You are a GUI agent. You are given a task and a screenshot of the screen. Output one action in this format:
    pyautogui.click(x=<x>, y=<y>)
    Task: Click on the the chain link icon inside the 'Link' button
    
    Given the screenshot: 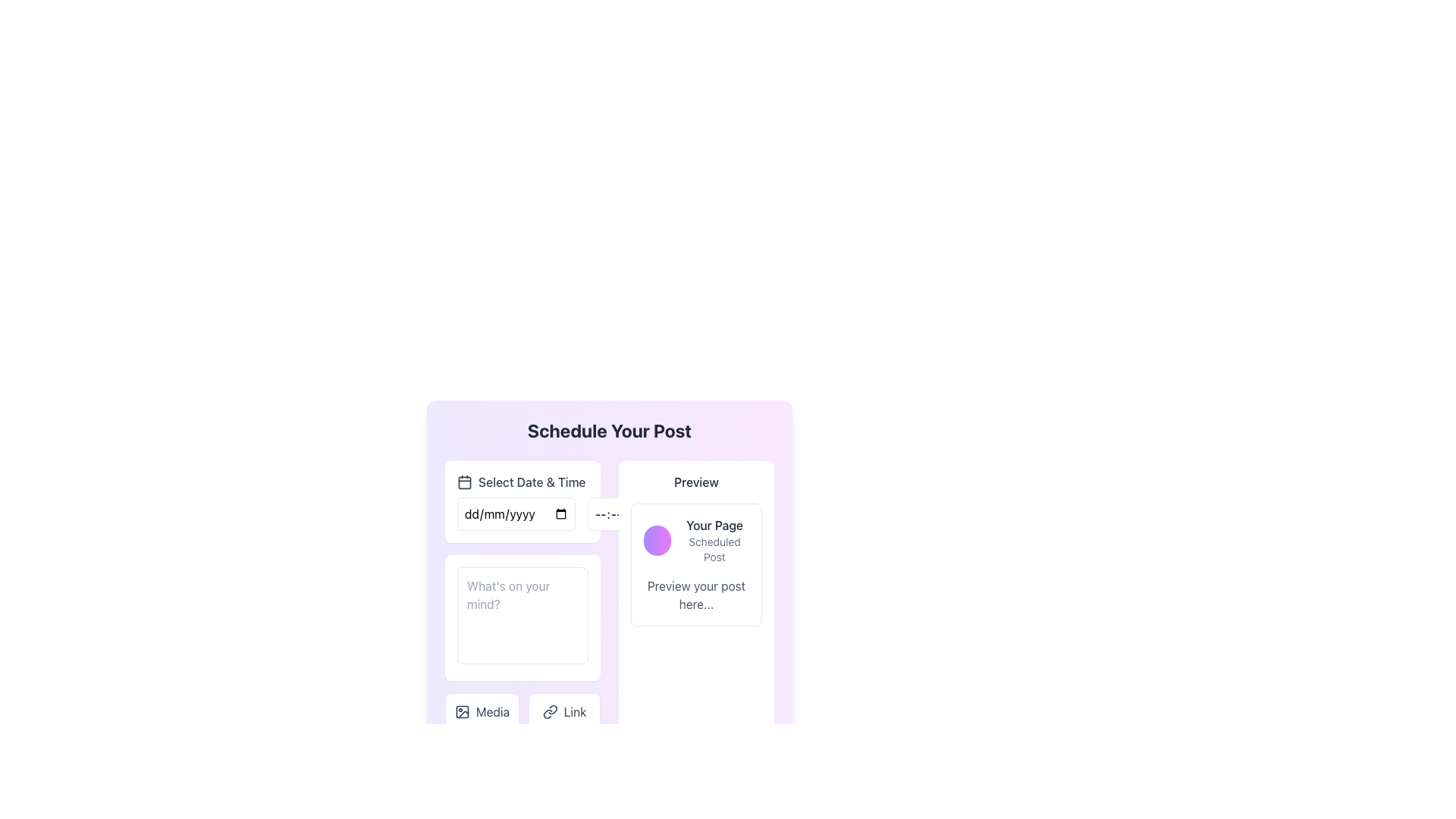 What is the action you would take?
    pyautogui.click(x=549, y=711)
    